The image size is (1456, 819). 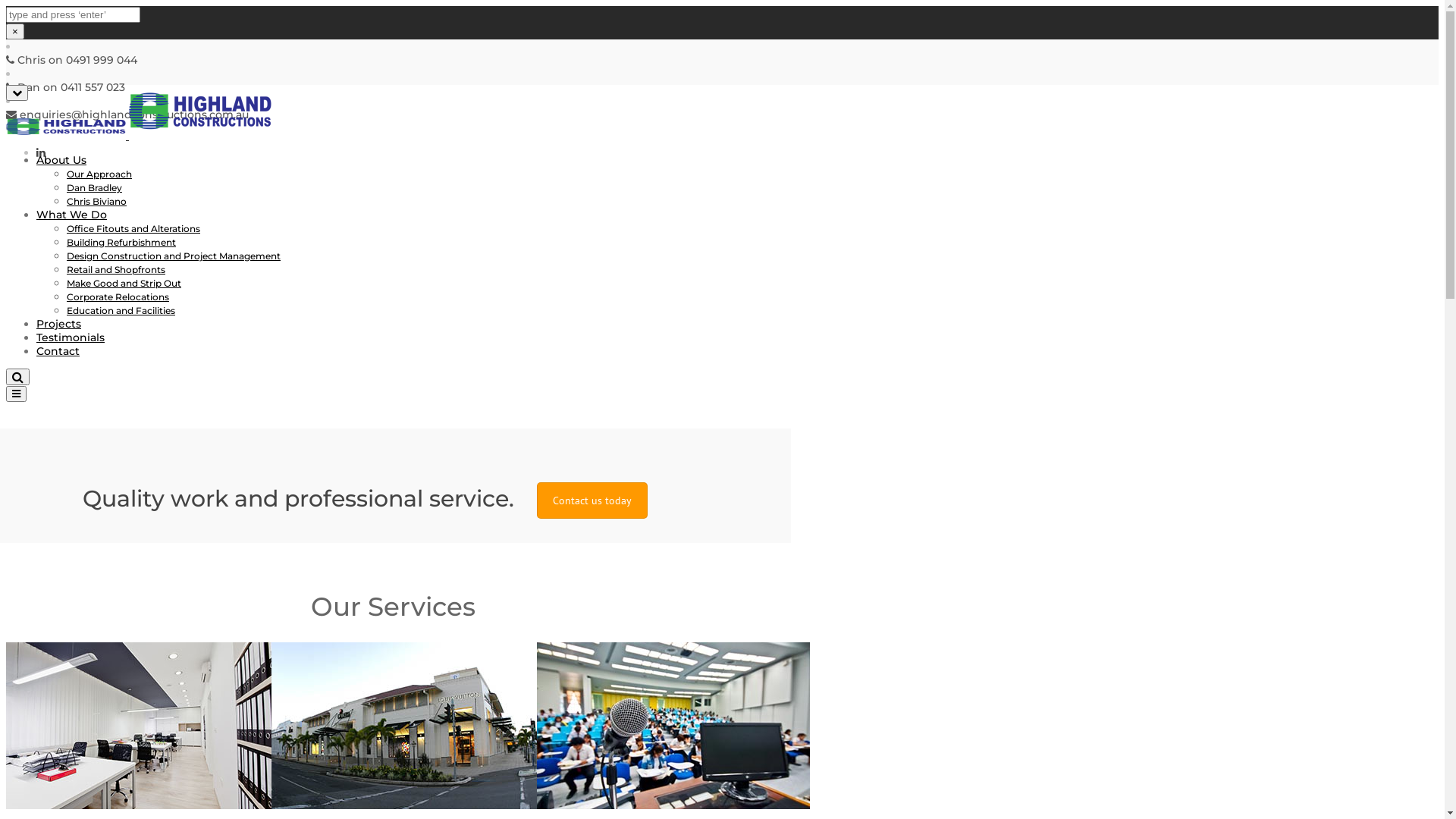 What do you see at coordinates (124, 283) in the screenshot?
I see `'Make Good and Strip Out'` at bounding box center [124, 283].